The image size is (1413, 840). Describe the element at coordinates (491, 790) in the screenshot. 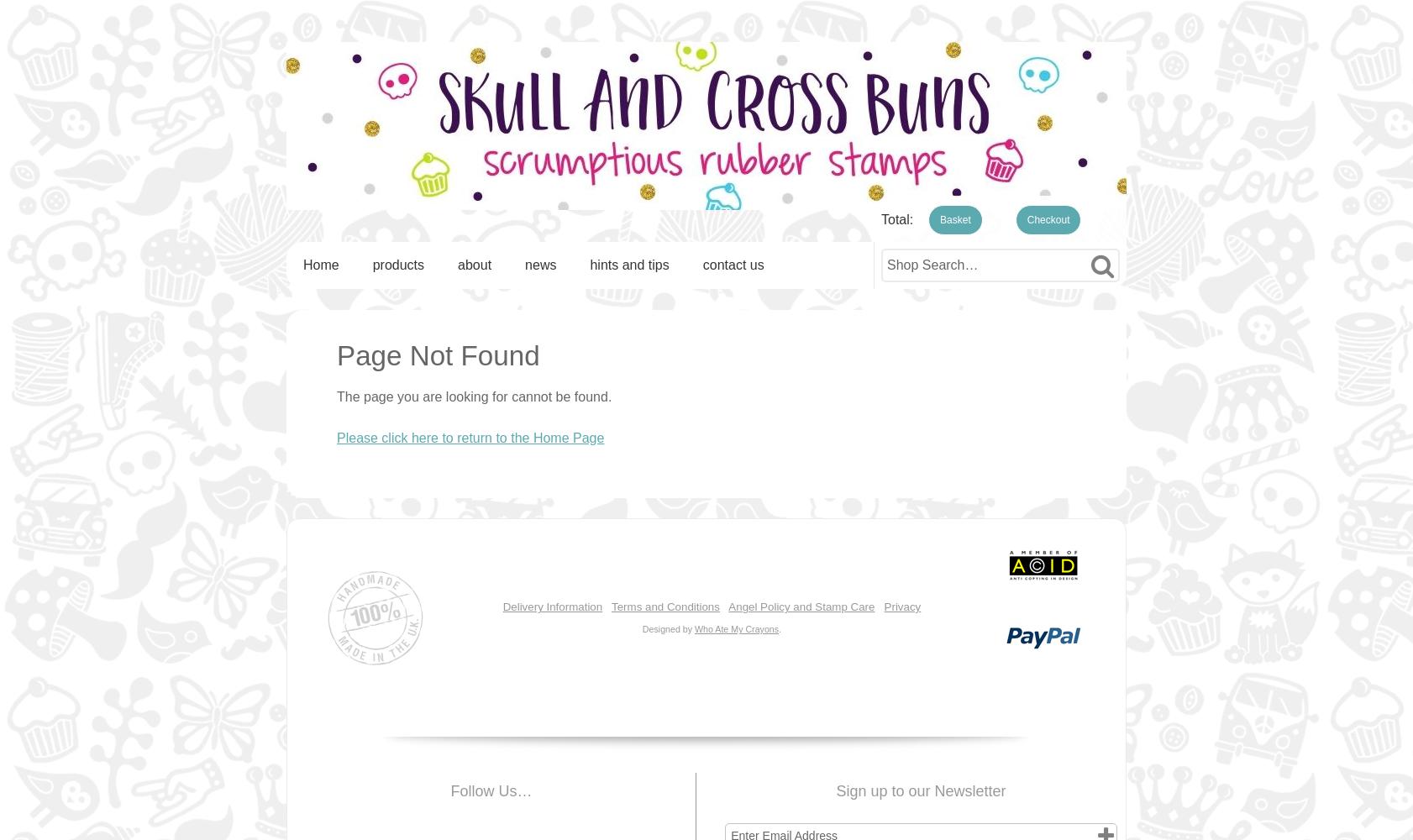

I see `'Follow Us…'` at that location.